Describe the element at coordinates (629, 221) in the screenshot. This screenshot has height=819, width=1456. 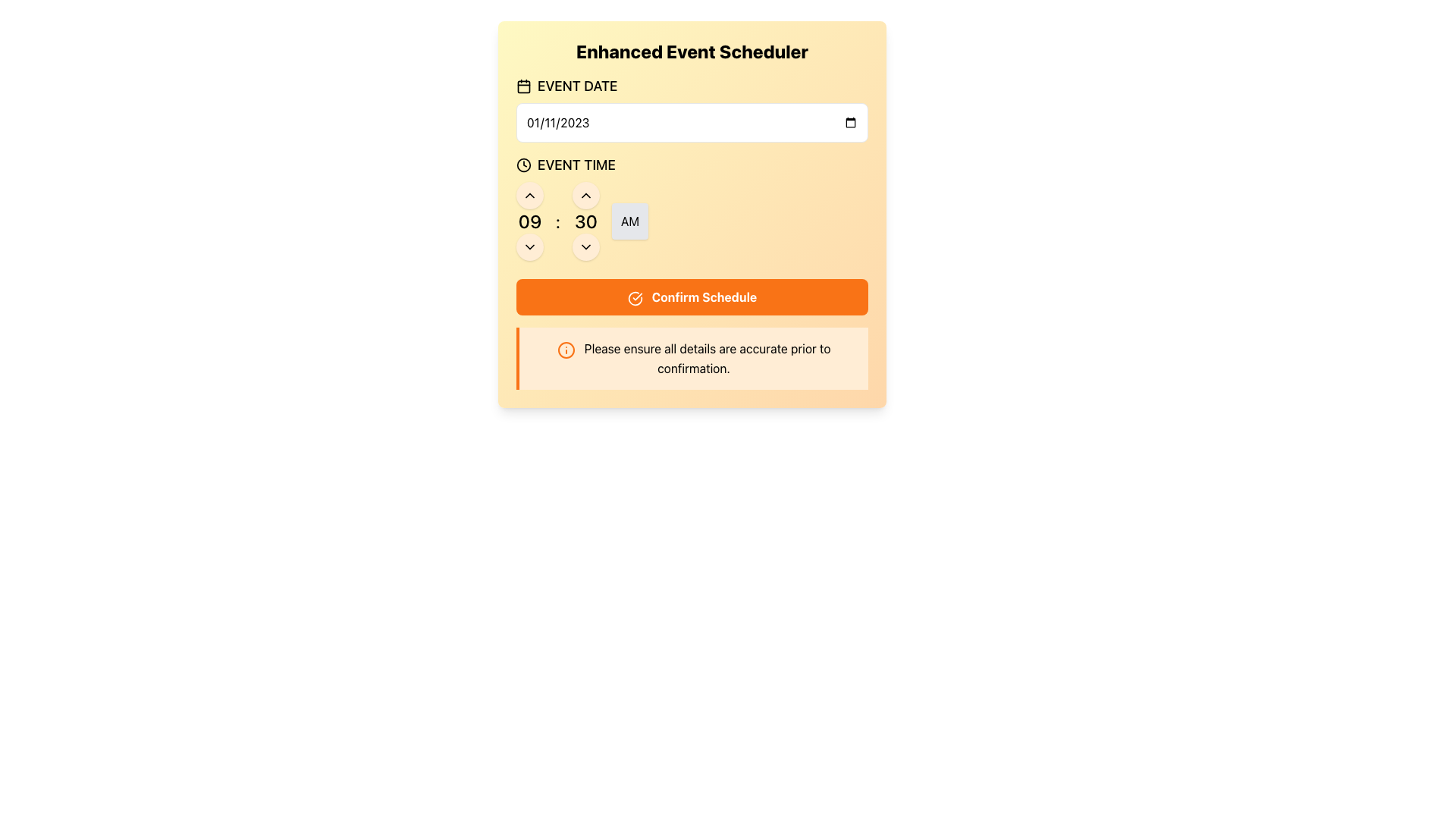
I see `the time period toggle button located to the right of the '30' minute input field to observe the hover effect` at that location.